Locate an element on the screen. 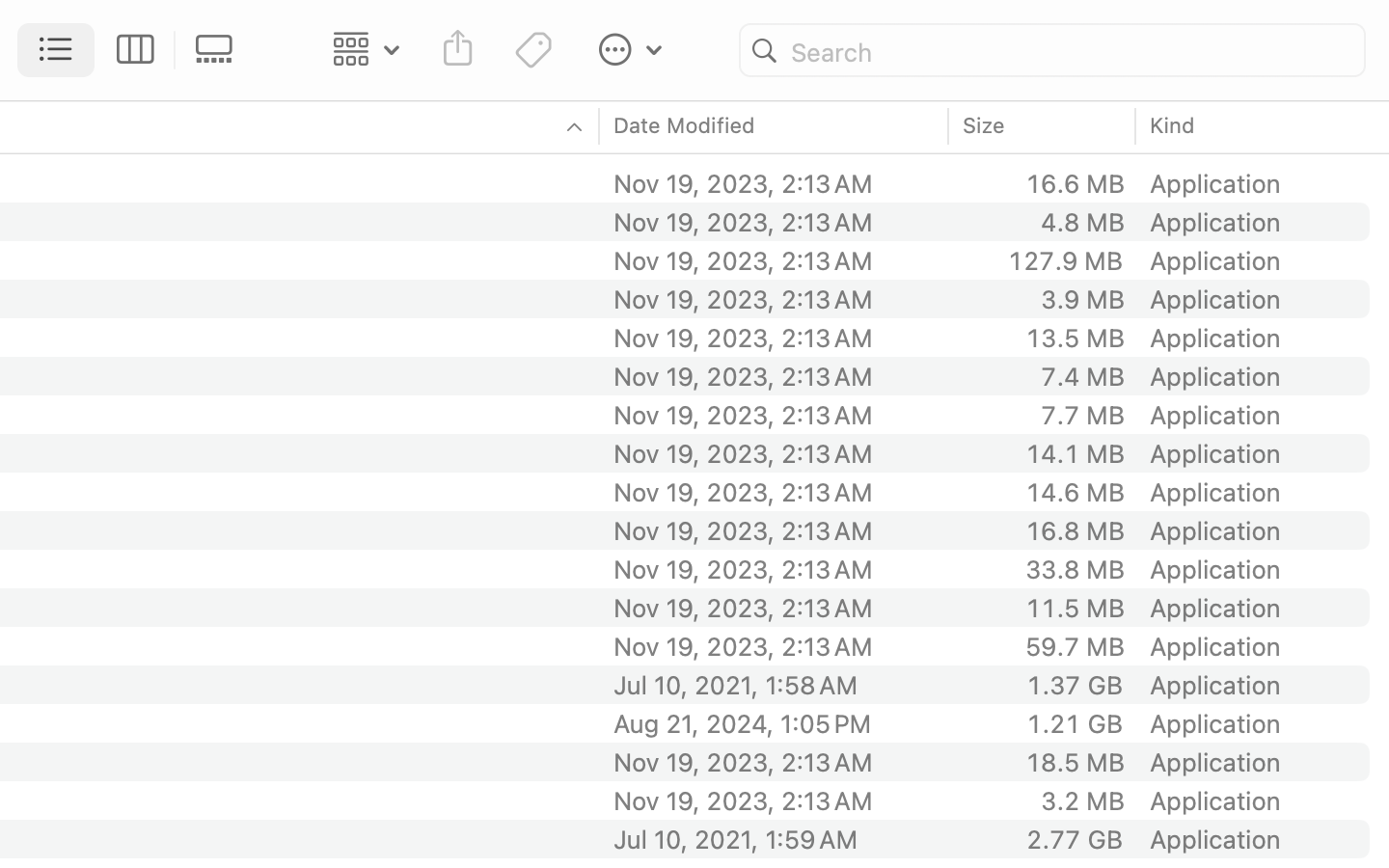 This screenshot has height=868, width=1389. '14.6 MB' is located at coordinates (1073, 491).